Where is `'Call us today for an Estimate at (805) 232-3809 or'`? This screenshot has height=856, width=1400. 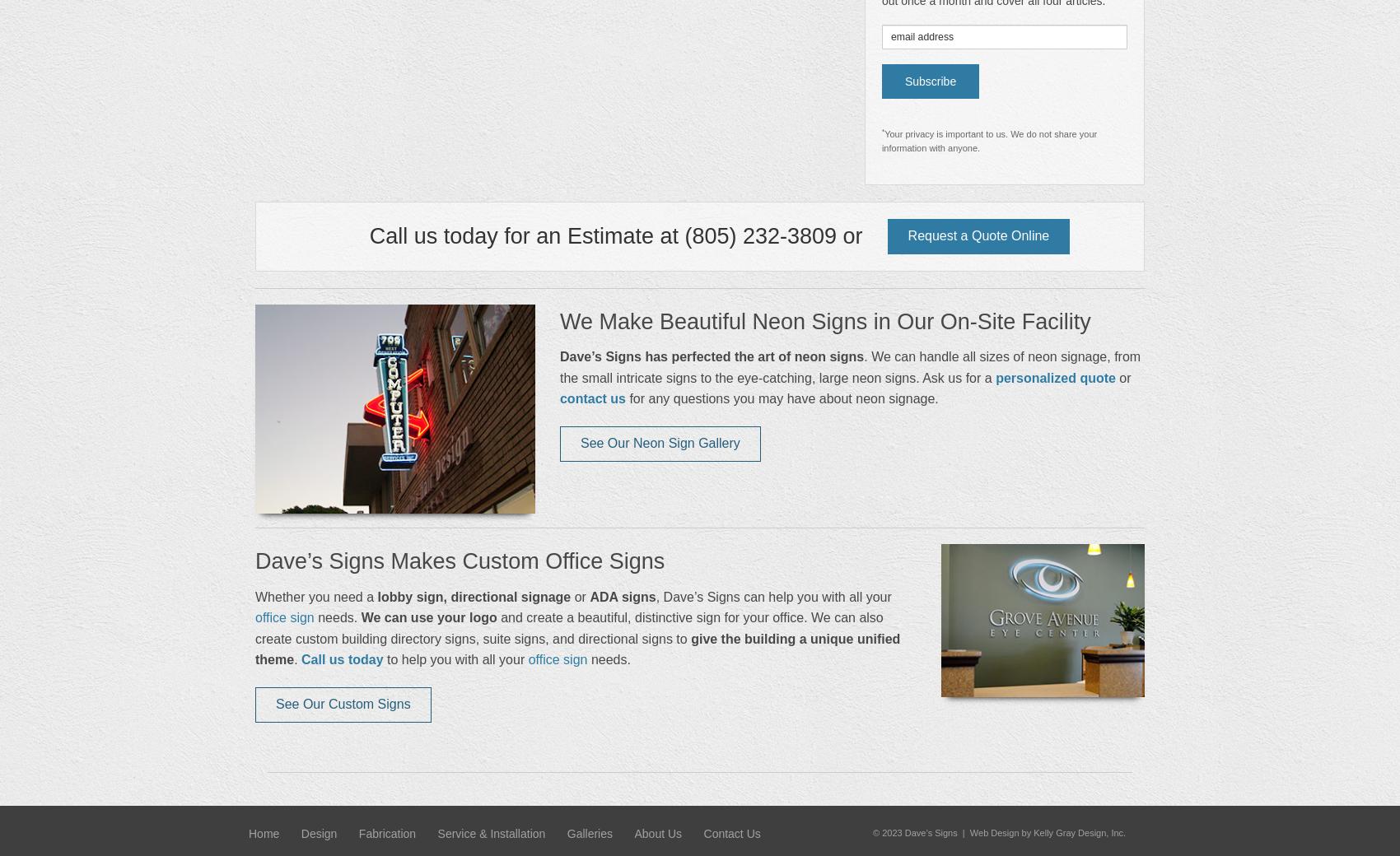
'Call us today for an Estimate at (805) 232-3809 or' is located at coordinates (614, 235).